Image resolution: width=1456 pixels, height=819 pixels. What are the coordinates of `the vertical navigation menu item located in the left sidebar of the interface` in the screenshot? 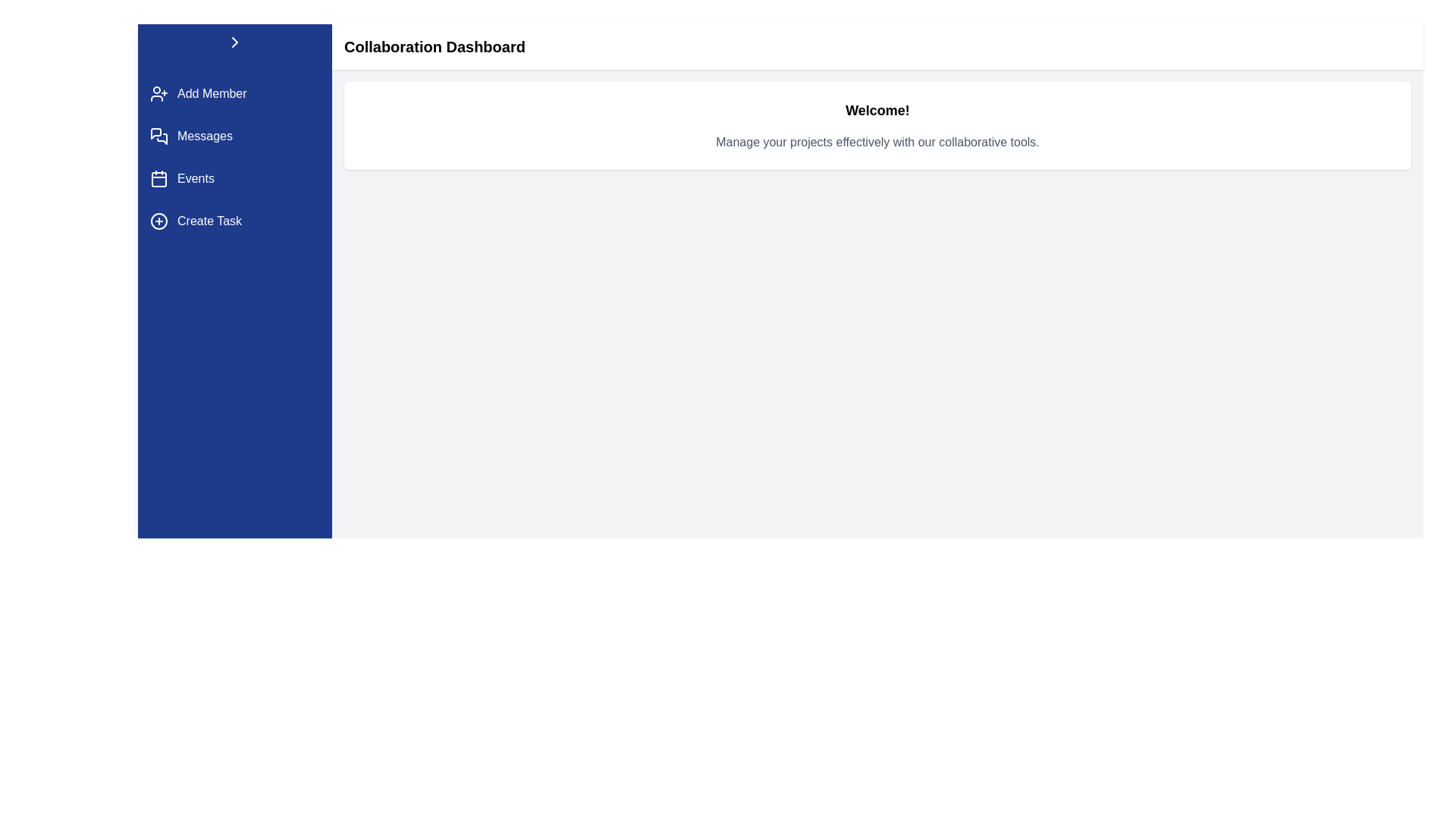 It's located at (234, 158).